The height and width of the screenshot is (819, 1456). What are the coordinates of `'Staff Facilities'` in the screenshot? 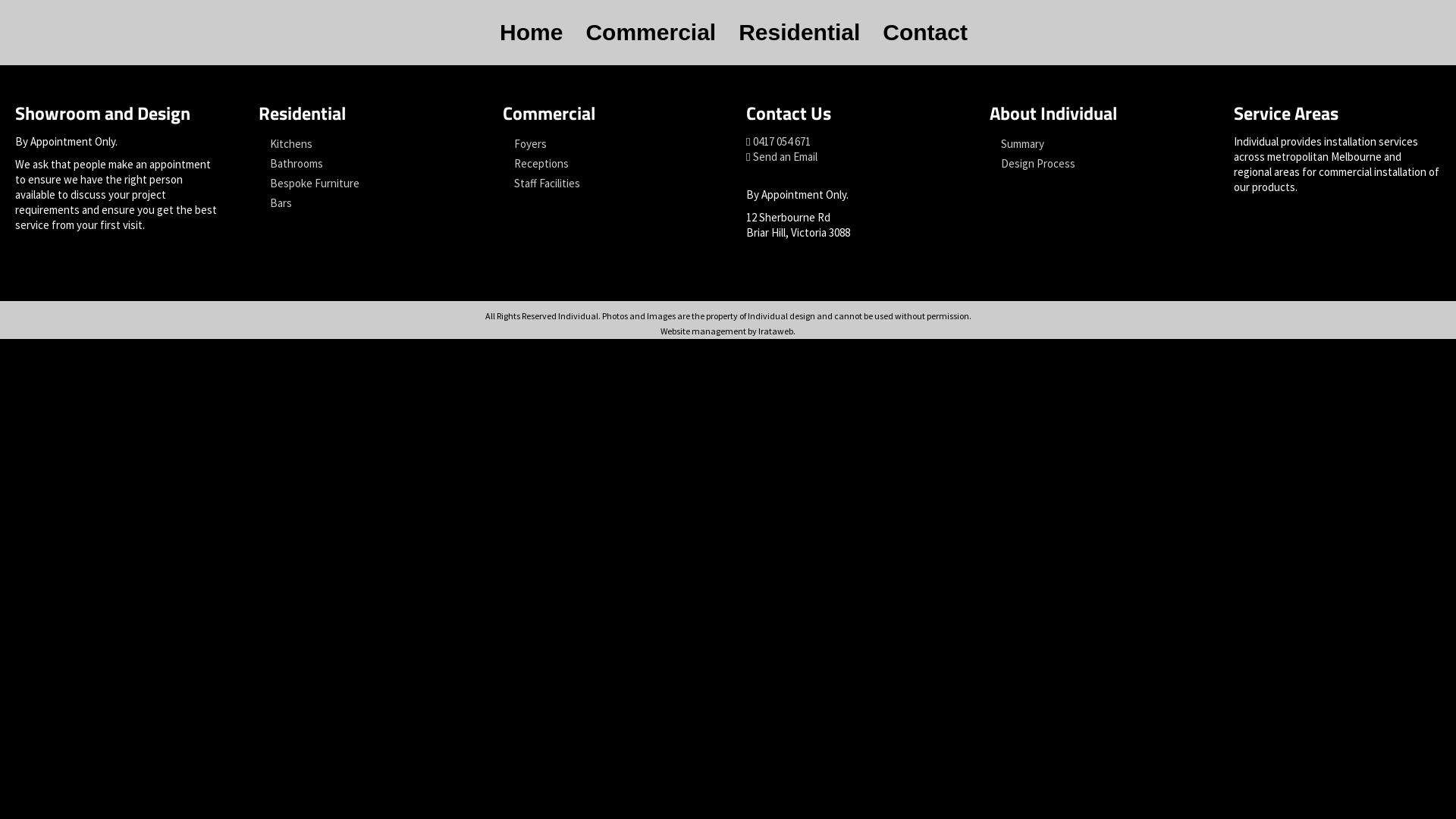 It's located at (605, 183).